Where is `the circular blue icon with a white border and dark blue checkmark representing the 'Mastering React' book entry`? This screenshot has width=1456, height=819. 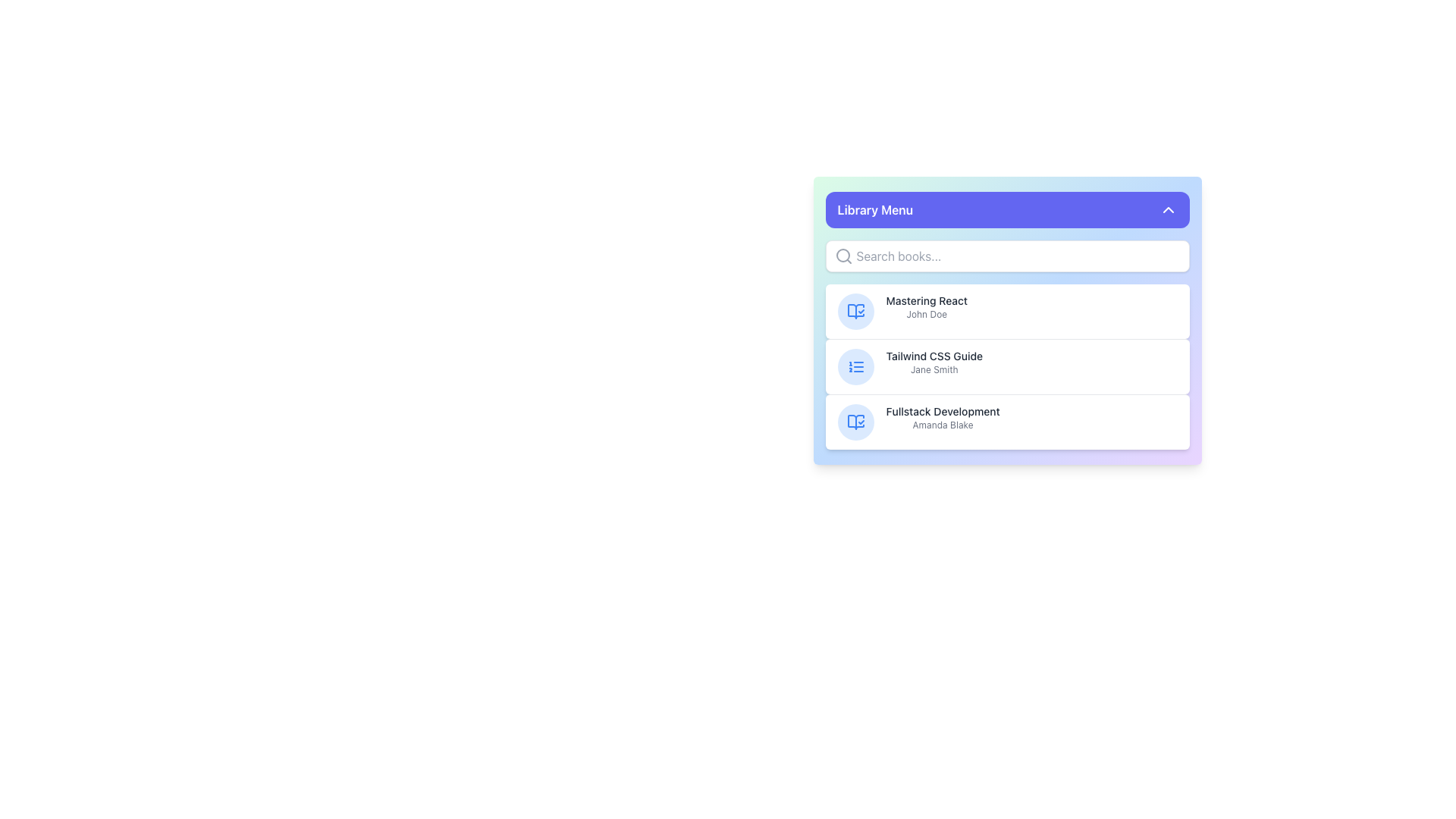 the circular blue icon with a white border and dark blue checkmark representing the 'Mastering React' book entry is located at coordinates (855, 311).